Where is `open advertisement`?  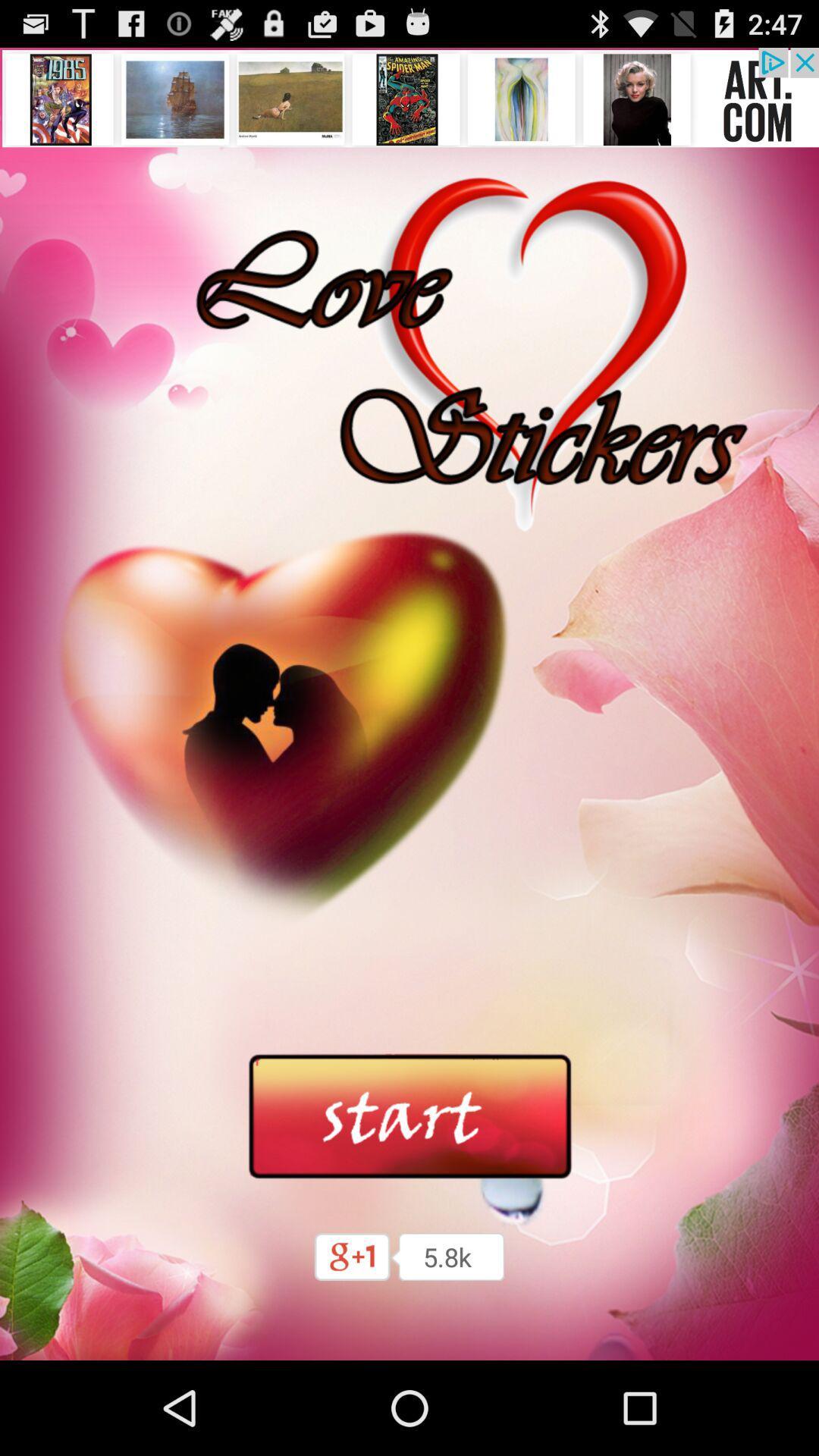 open advertisement is located at coordinates (409, 96).